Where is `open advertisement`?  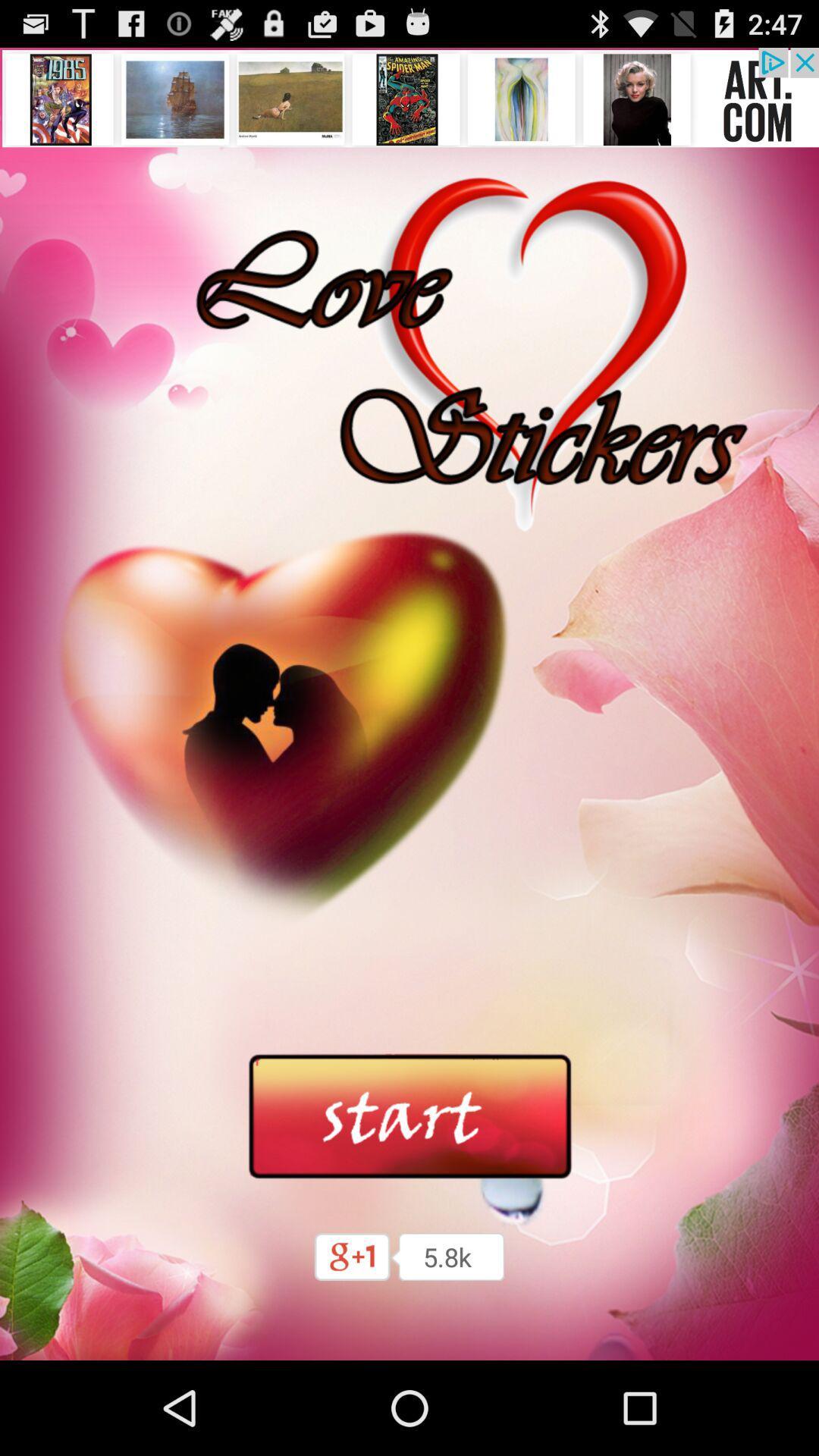 open advertisement is located at coordinates (409, 96).